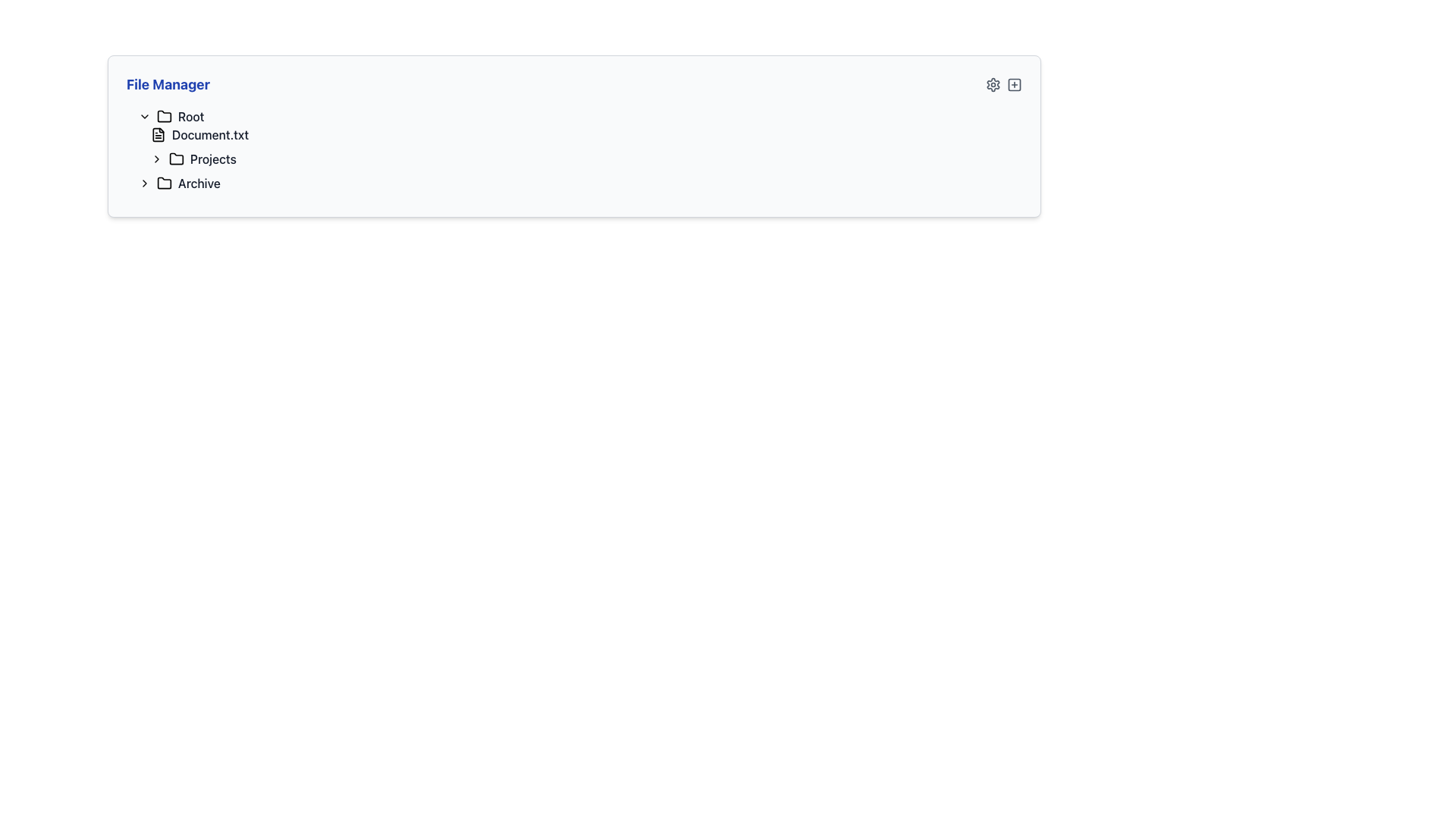 The height and width of the screenshot is (819, 1456). What do you see at coordinates (212, 158) in the screenshot?
I see `the 'Projects' text label, which is styled in dark gray and located within the file manager interface` at bounding box center [212, 158].